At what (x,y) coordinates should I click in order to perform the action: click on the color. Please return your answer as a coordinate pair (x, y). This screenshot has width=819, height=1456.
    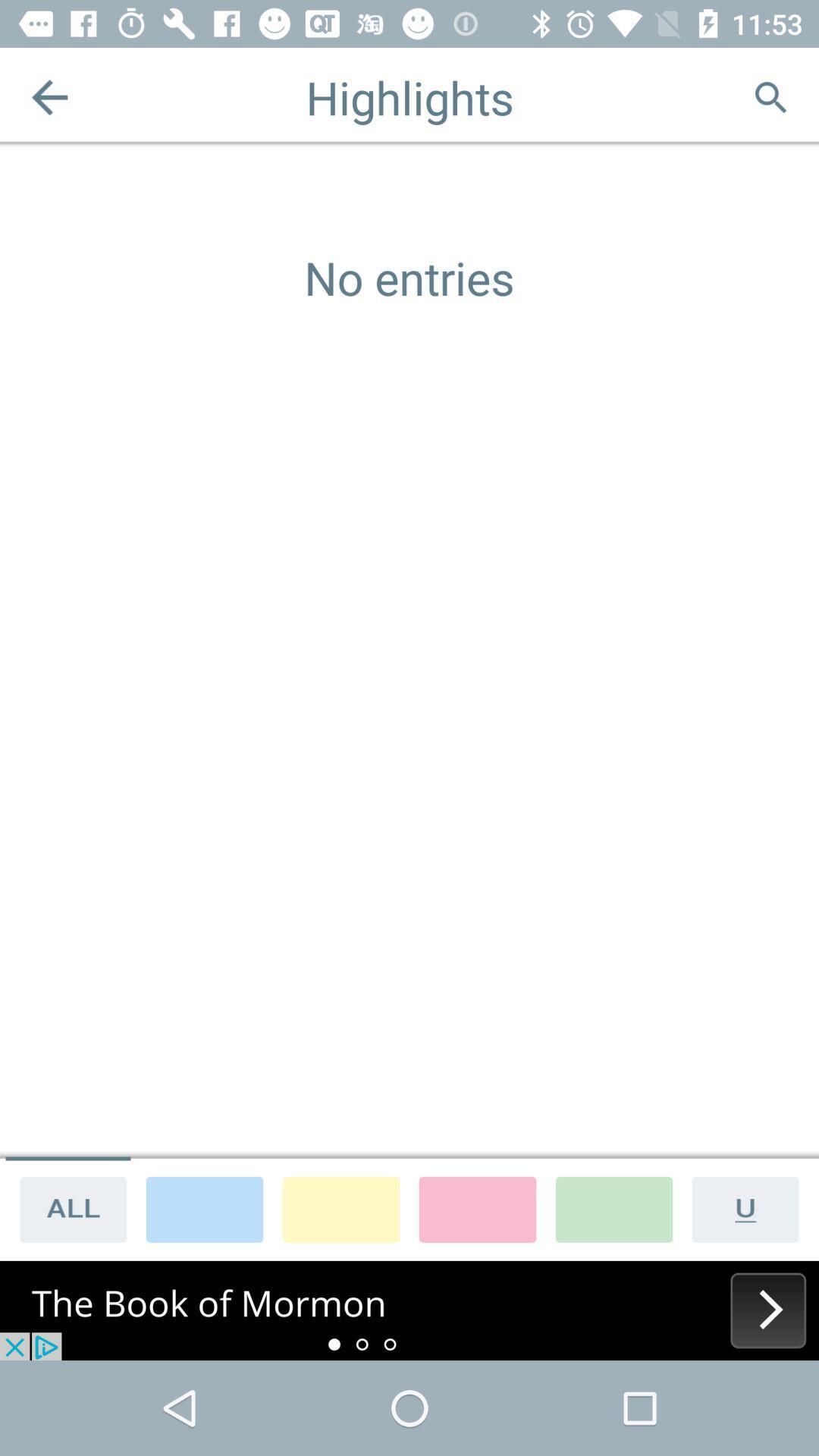
    Looking at the image, I should click on (476, 1208).